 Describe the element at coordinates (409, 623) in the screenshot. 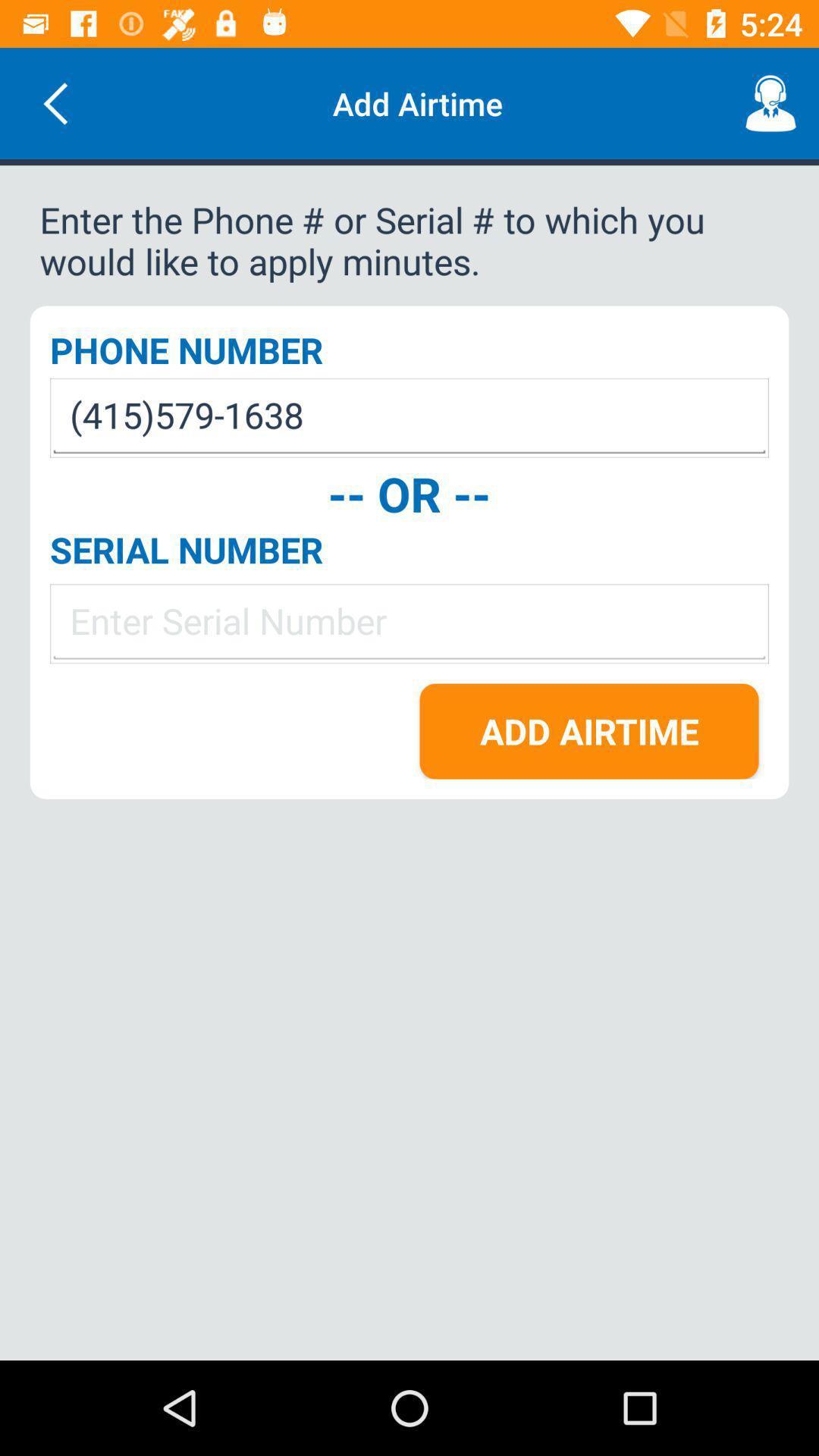

I see `the item above the add airtime icon` at that location.